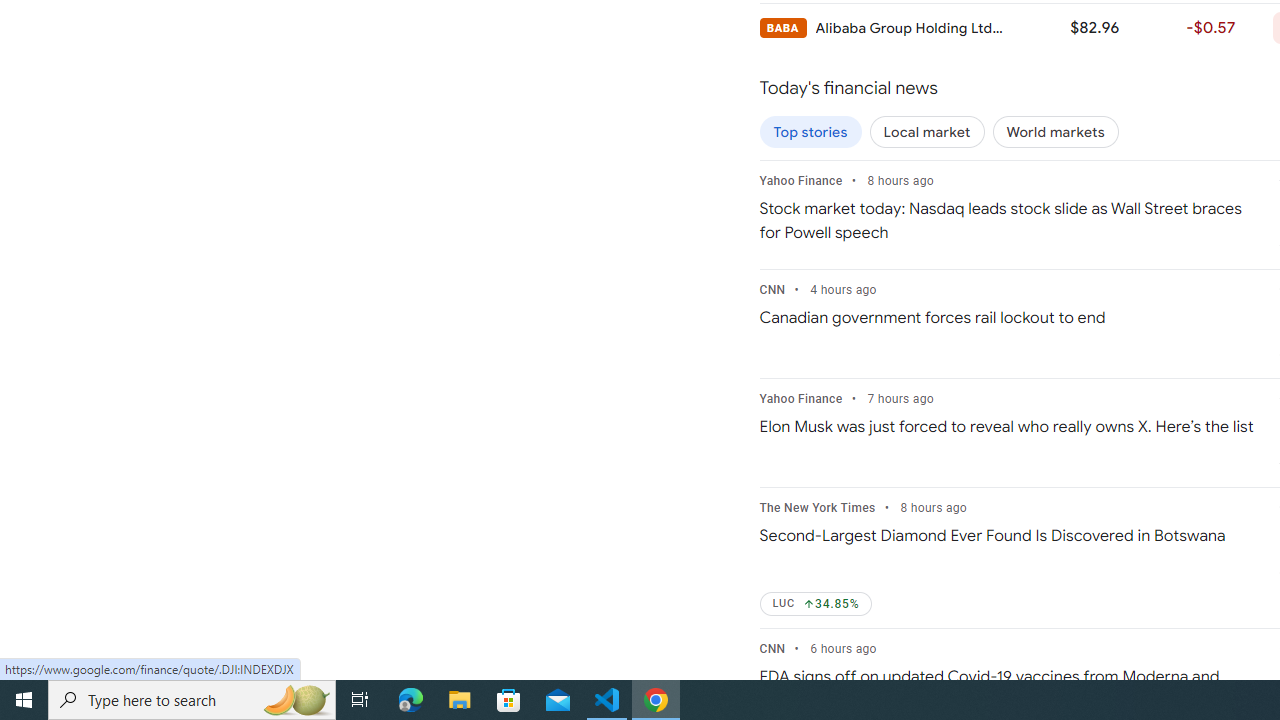 The height and width of the screenshot is (720, 1280). Describe the element at coordinates (810, 132) in the screenshot. I see `'Top stories'` at that location.